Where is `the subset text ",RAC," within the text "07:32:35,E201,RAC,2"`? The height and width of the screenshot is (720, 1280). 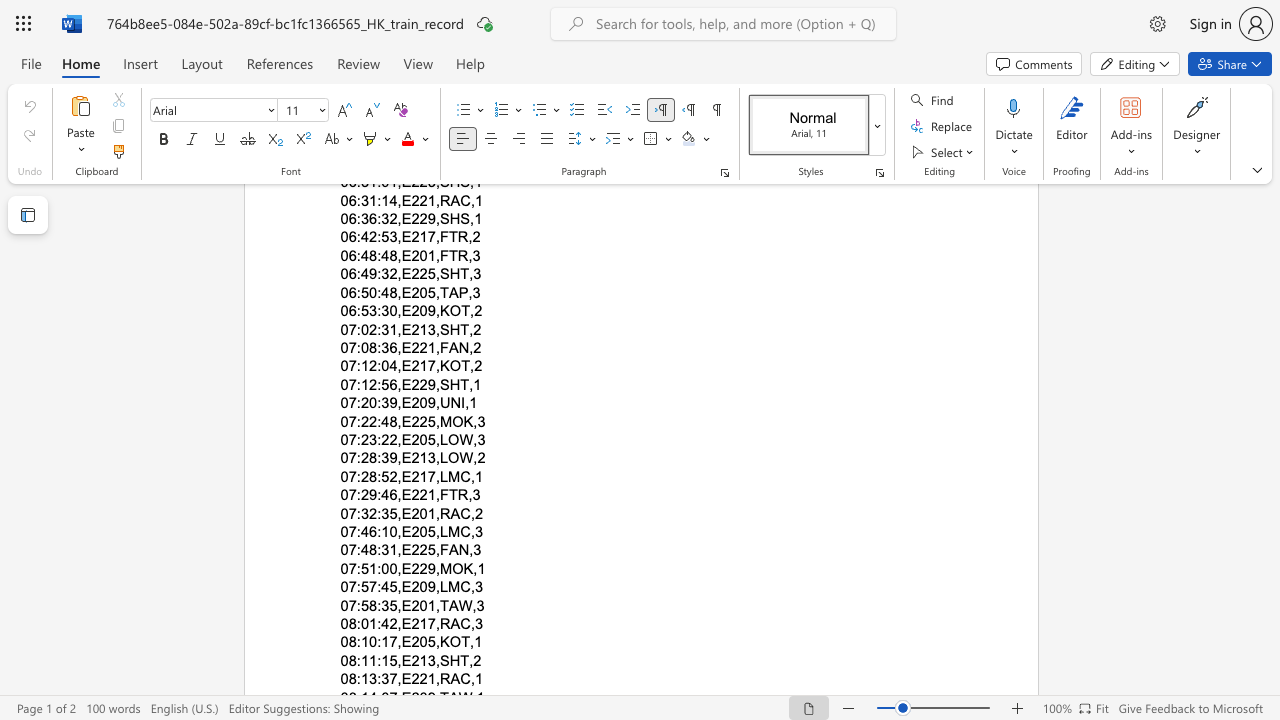 the subset text ",RAC," within the text "07:32:35,E201,RAC,2" is located at coordinates (434, 512).